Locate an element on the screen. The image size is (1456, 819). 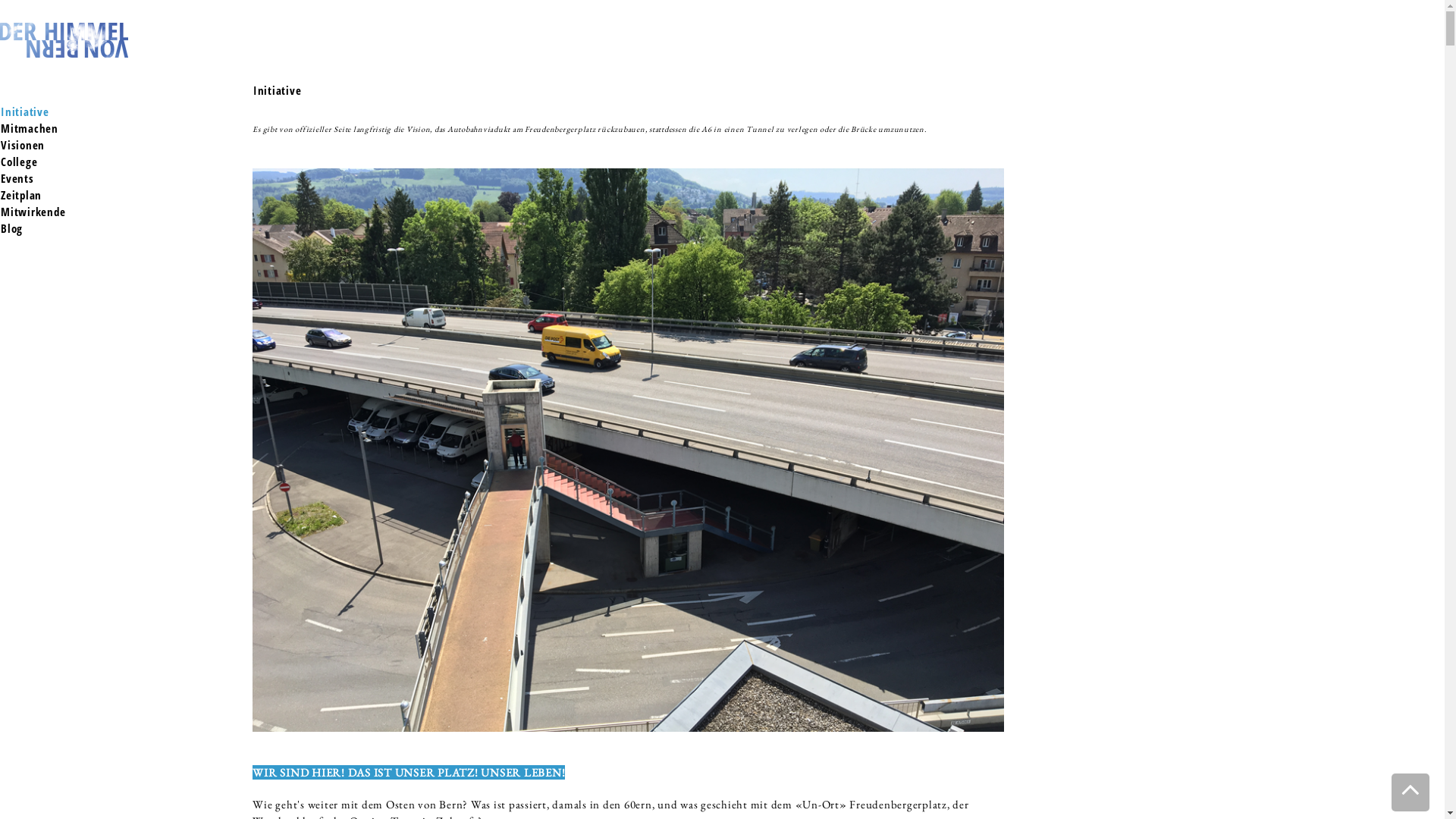
'Blog' is located at coordinates (11, 227).